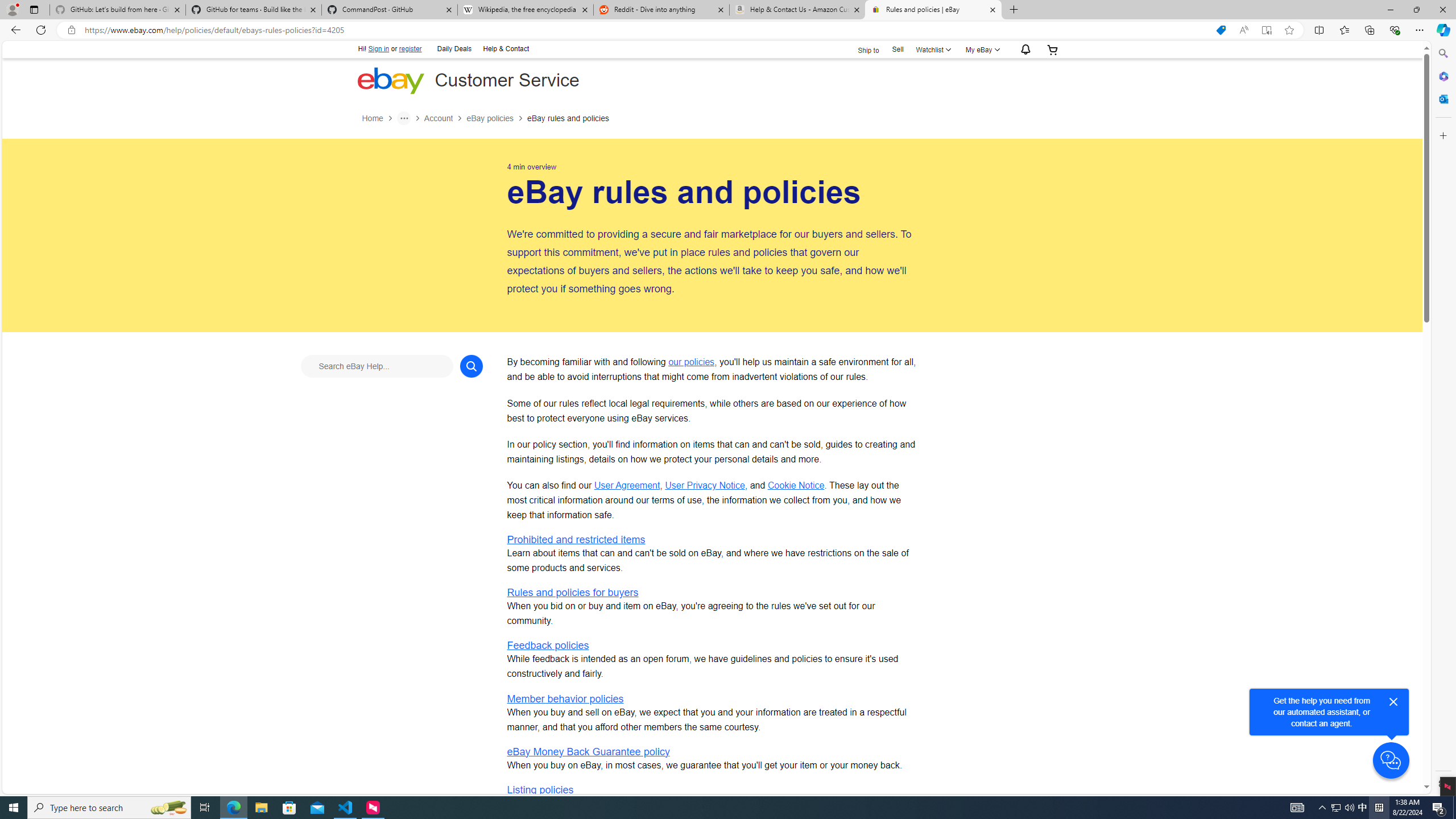  I want to click on 'Rules and policies | eBay', so click(932, 9).